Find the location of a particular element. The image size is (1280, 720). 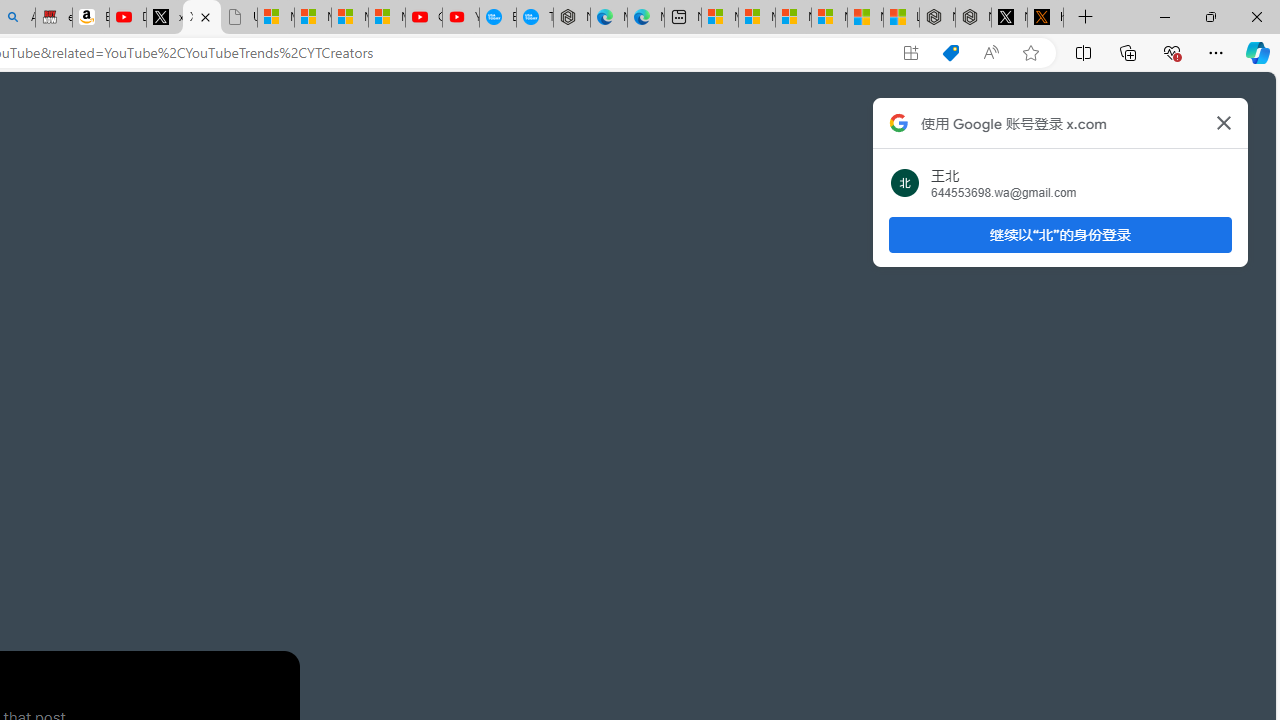

'Untitled' is located at coordinates (239, 17).